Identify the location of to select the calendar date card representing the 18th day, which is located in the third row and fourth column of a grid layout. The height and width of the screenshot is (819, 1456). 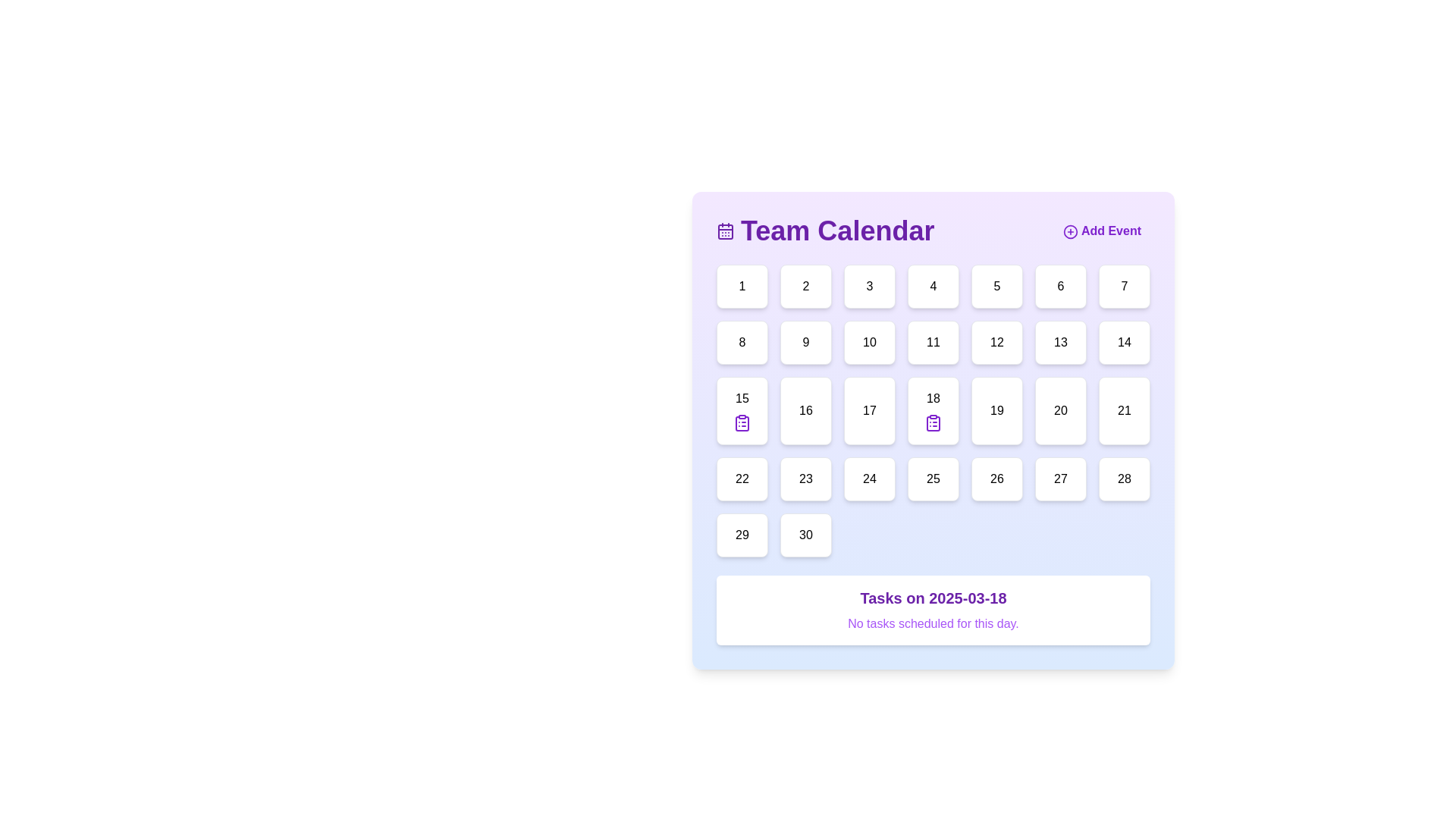
(932, 411).